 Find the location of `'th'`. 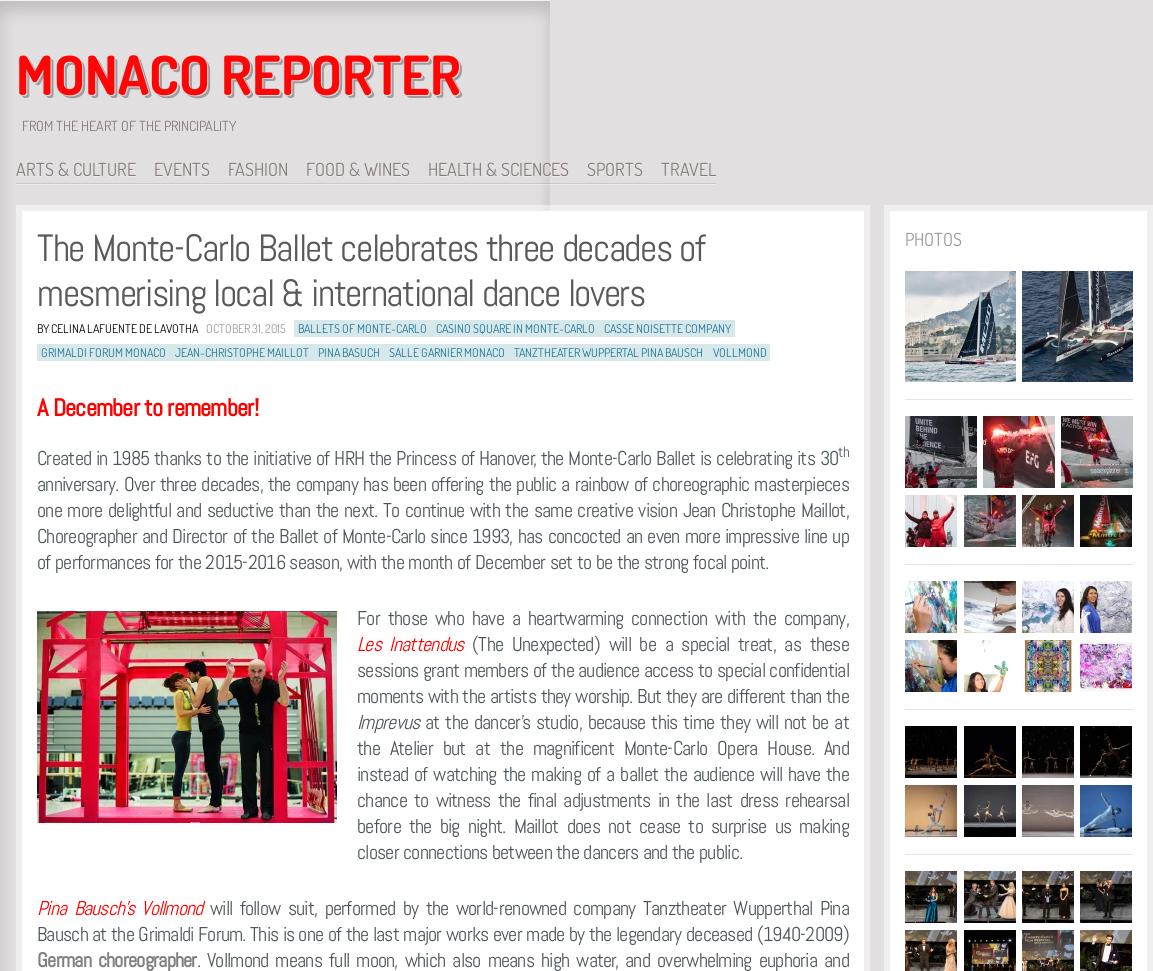

'th' is located at coordinates (843, 451).